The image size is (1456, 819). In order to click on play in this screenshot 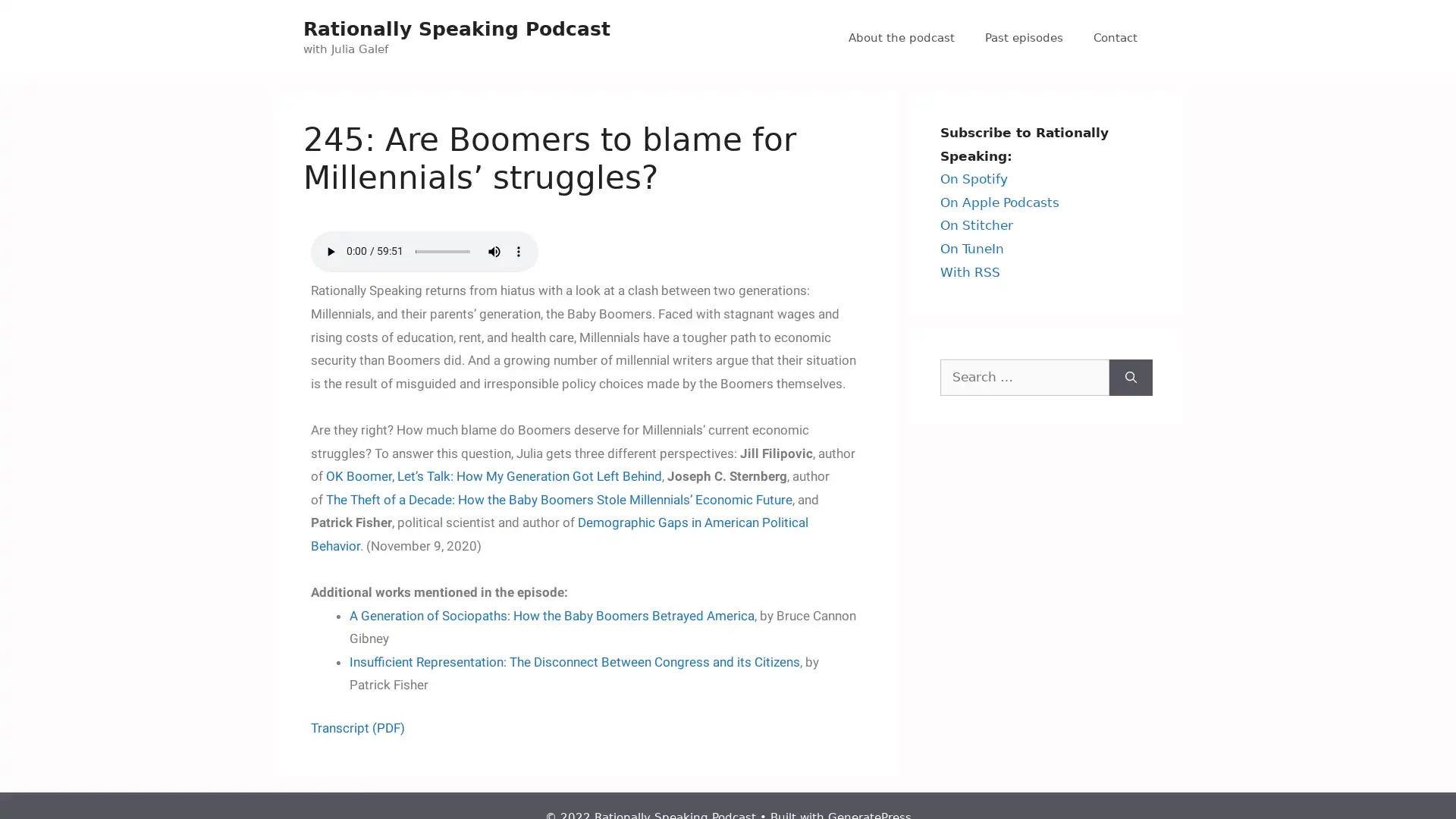, I will do `click(330, 250)`.